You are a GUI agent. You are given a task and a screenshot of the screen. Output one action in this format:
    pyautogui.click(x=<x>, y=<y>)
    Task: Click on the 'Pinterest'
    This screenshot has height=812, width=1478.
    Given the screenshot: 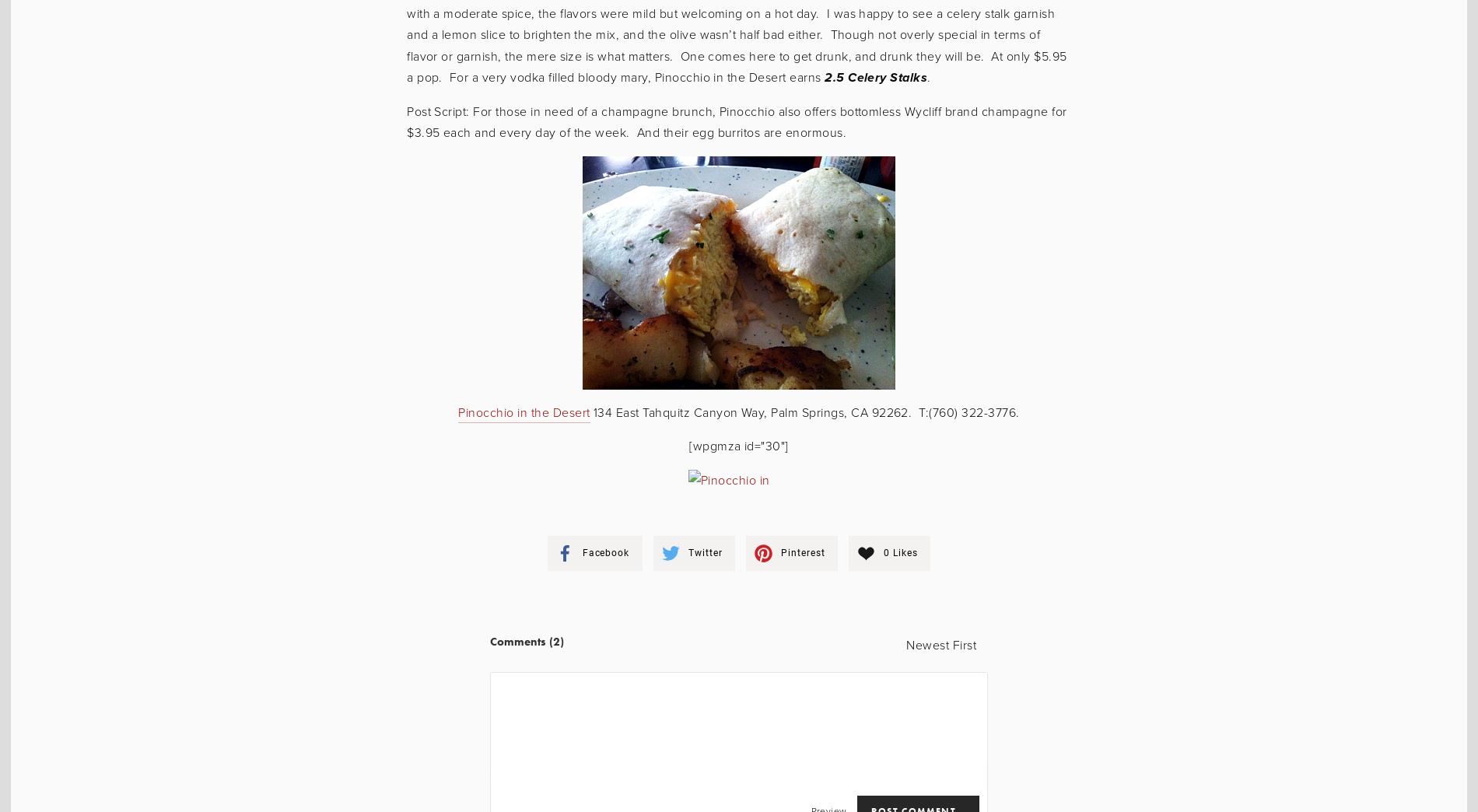 What is the action you would take?
    pyautogui.click(x=803, y=551)
    